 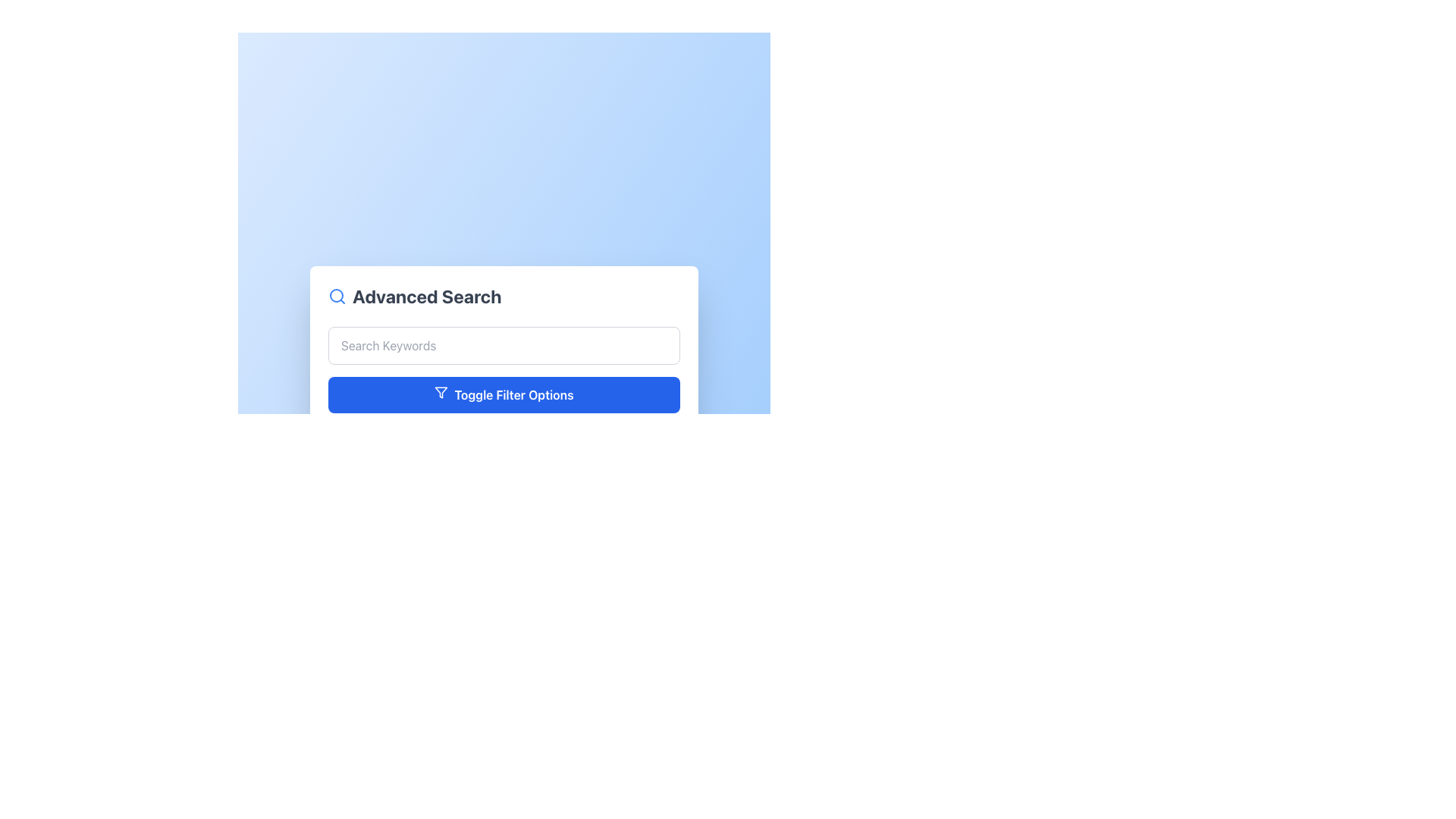 What do you see at coordinates (337, 296) in the screenshot?
I see `the search functionality indicator icon located at the far left of the 'Advanced Search' heading in the header block` at bounding box center [337, 296].